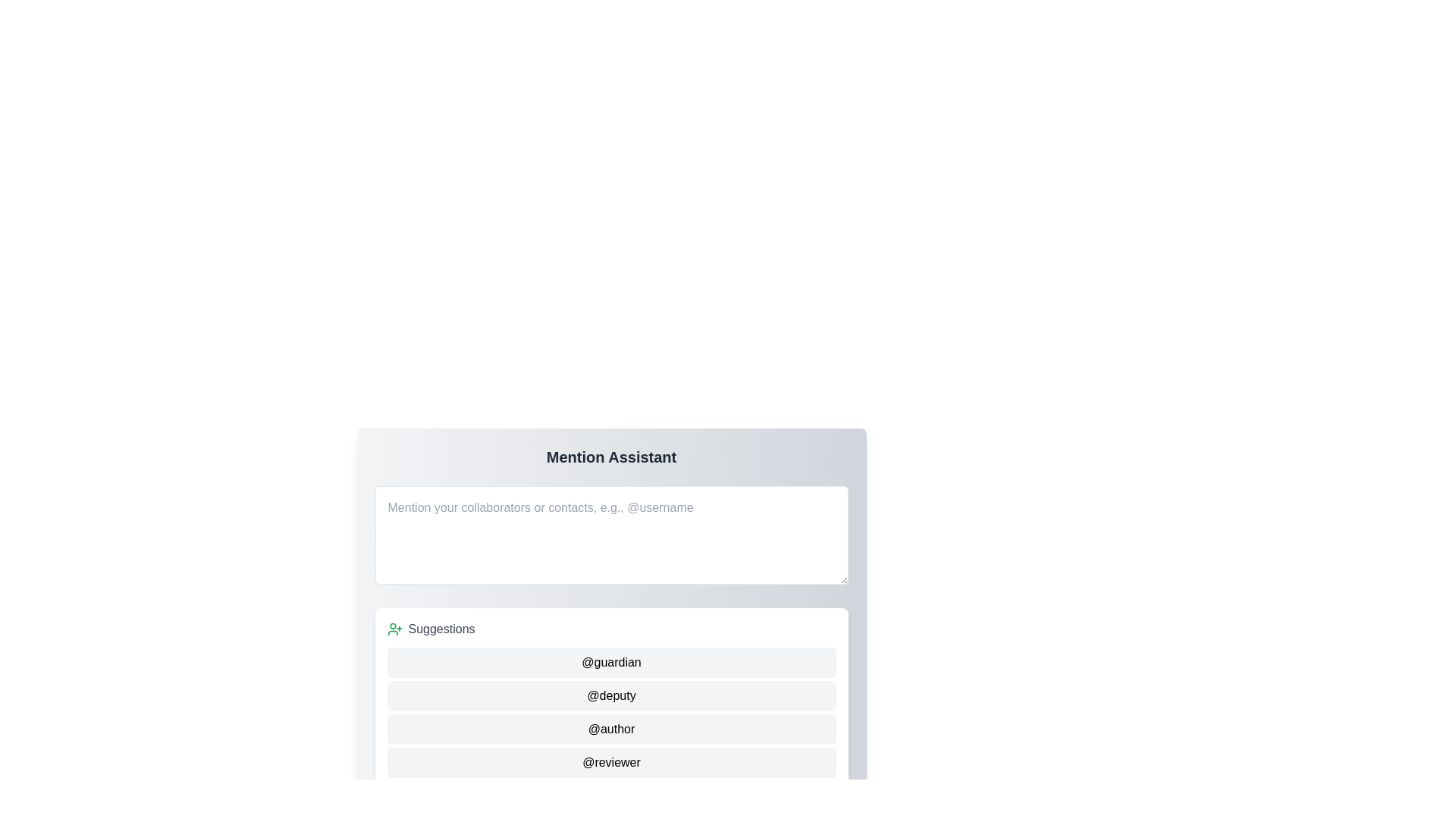 This screenshot has height=819, width=1456. What do you see at coordinates (611, 763) in the screenshot?
I see `on the '@reviewer' interactive label located in the suggestions list at the fourth position, which changes color on hover` at bounding box center [611, 763].